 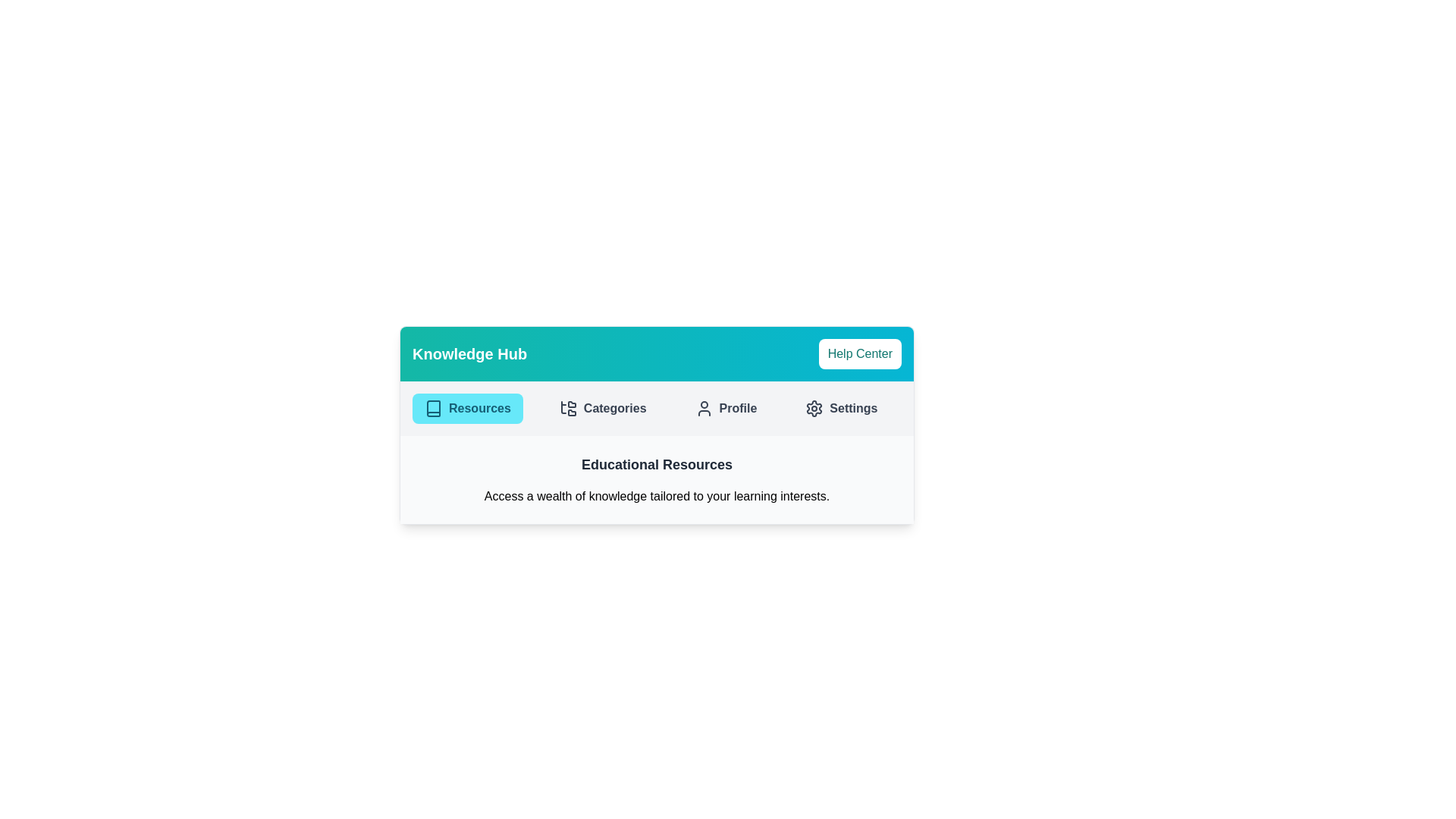 What do you see at coordinates (657, 464) in the screenshot?
I see `the 'Educational Resources' text label, which is a prominent heading displayed in bold dark gray font, positioned centrally above additional descriptive text and below the 'Knowledge Hub' navigation bar` at bounding box center [657, 464].